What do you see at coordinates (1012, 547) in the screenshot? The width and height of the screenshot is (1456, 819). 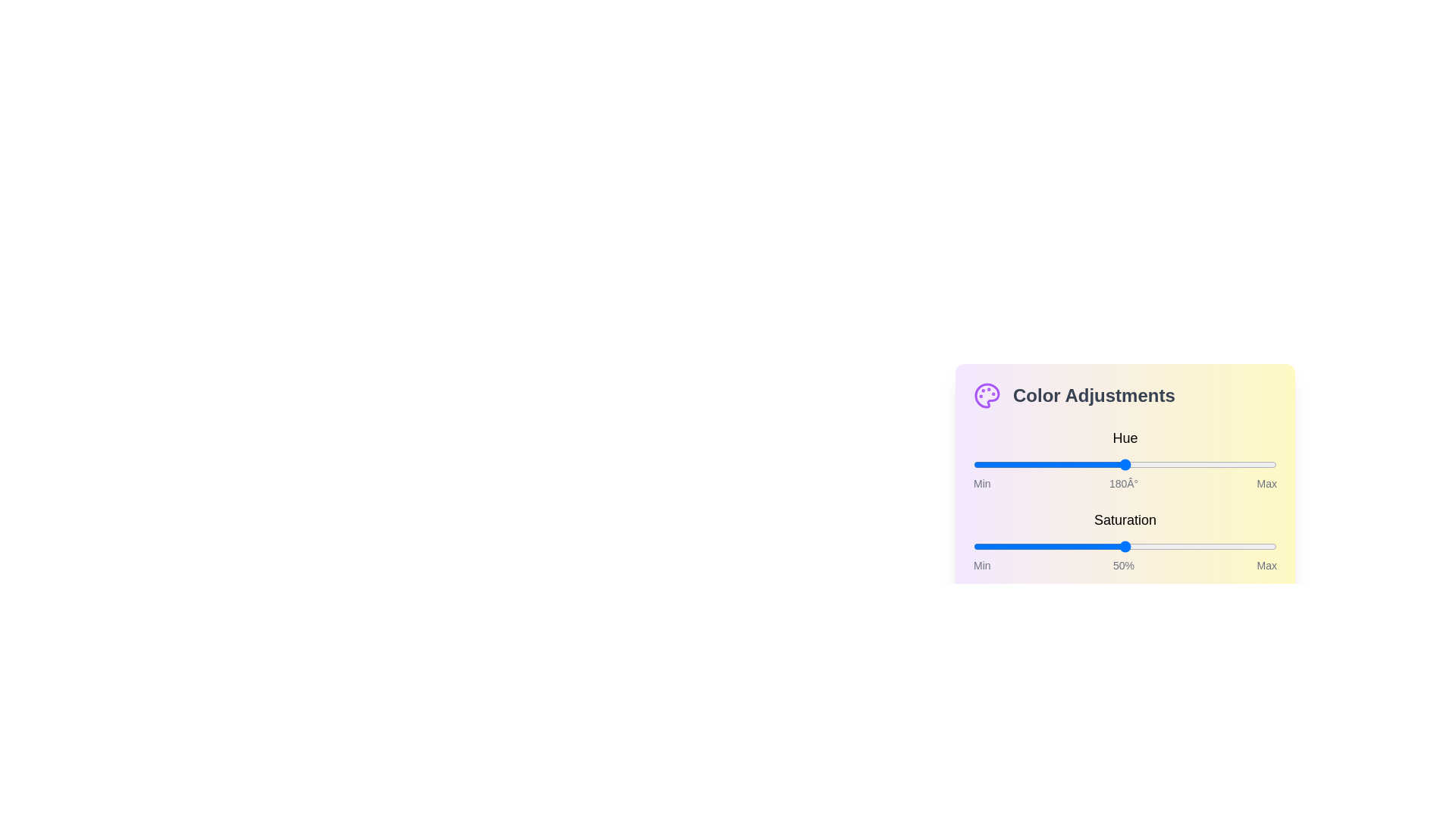 I see `the saturation slider to 13` at bounding box center [1012, 547].